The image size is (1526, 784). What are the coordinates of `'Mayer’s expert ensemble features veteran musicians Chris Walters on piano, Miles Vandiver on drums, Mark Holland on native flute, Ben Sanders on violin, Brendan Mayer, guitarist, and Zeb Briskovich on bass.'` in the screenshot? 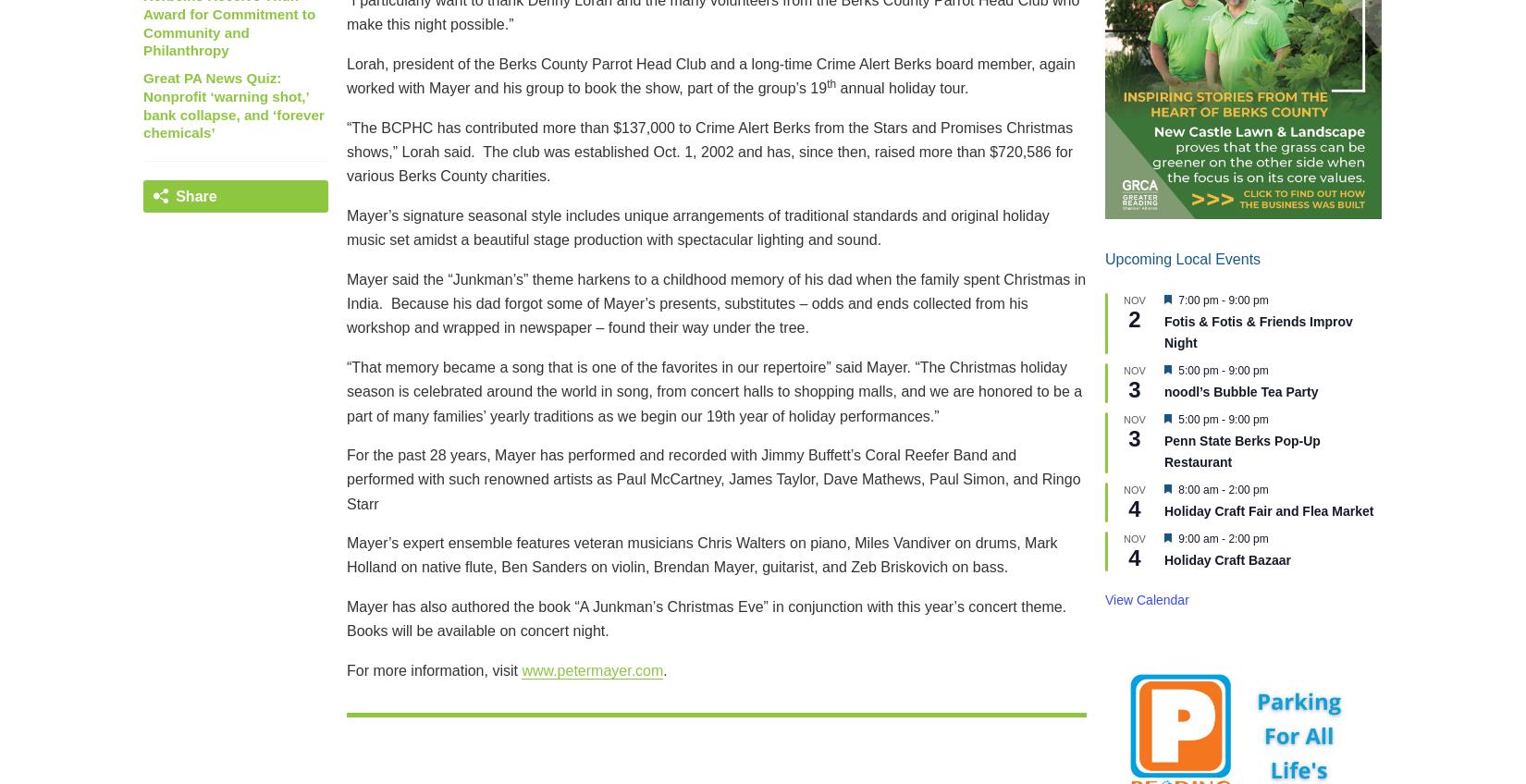 It's located at (347, 555).